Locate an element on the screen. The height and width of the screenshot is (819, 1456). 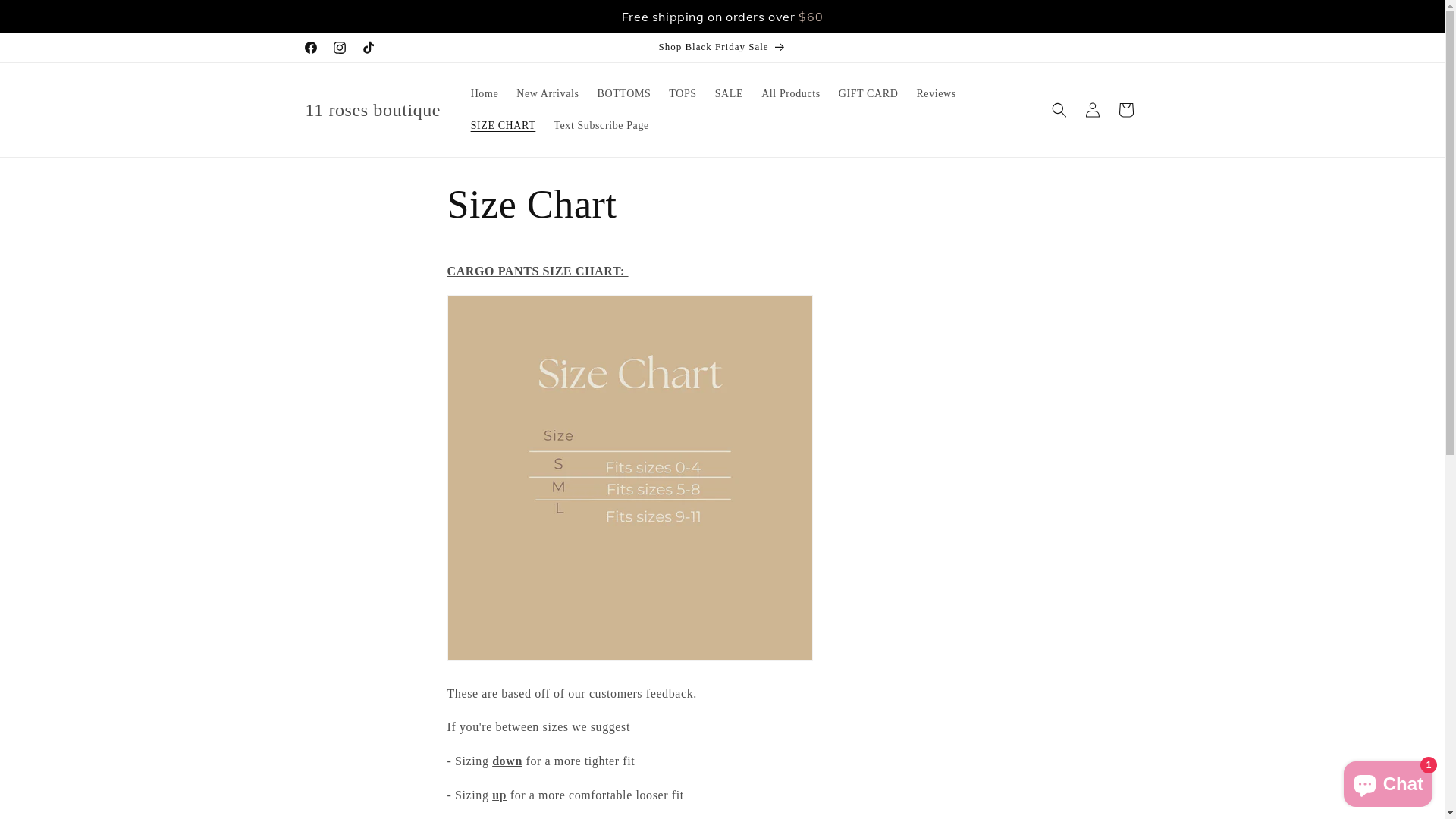
'BOTTOMS' is located at coordinates (624, 93).